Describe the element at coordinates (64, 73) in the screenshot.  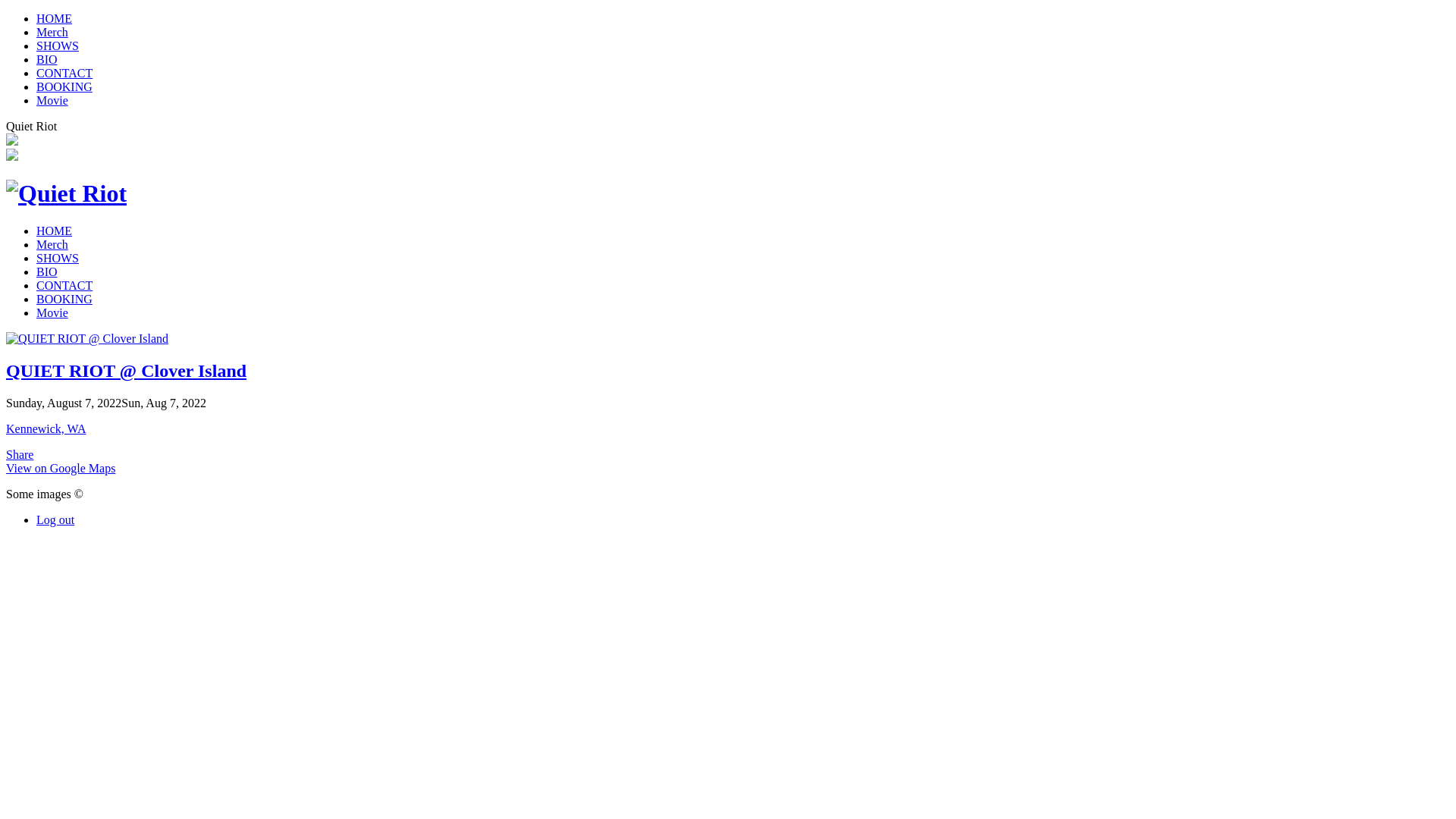
I see `'CONTACT'` at that location.